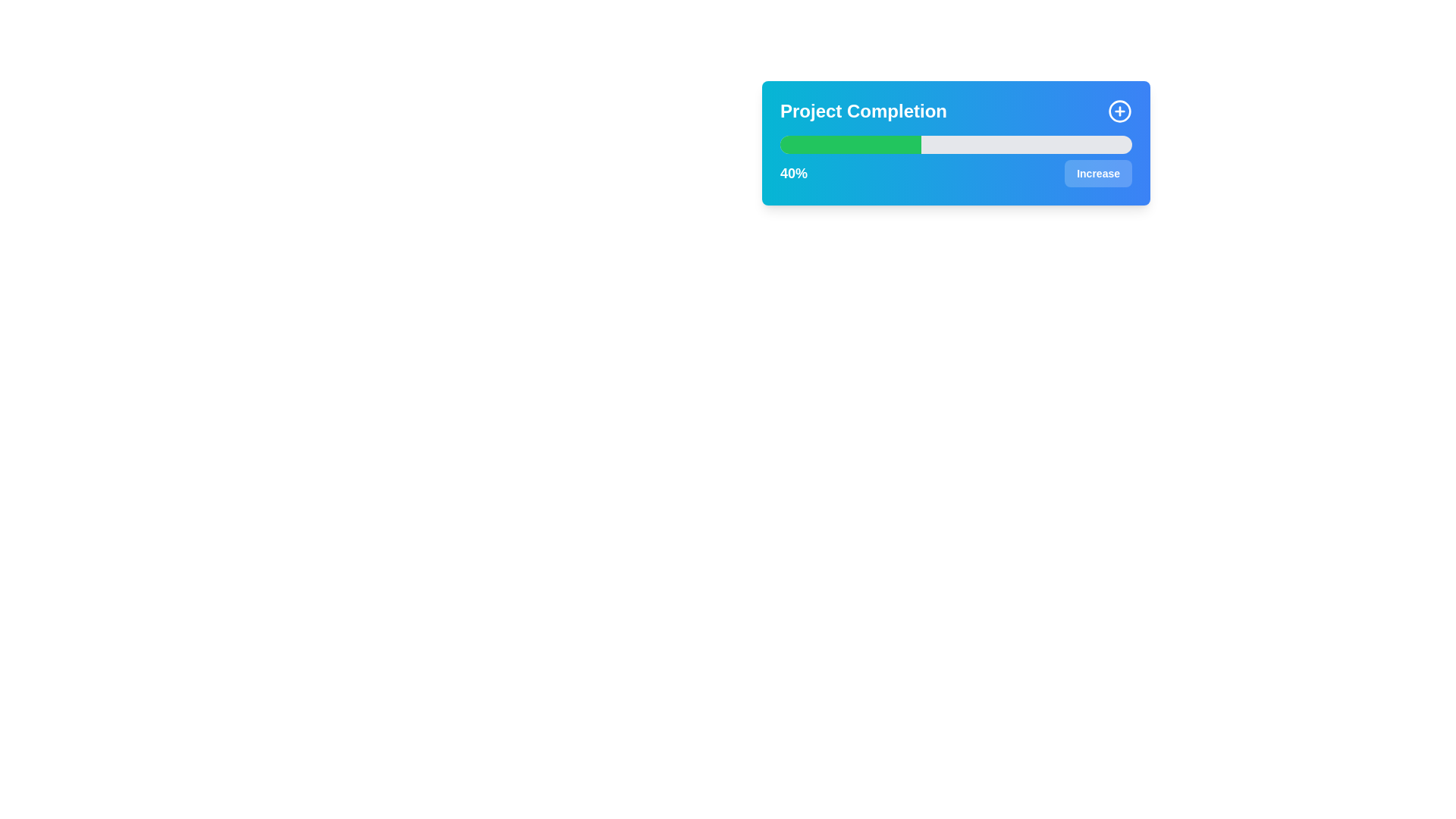 This screenshot has width=1456, height=819. What do you see at coordinates (1120, 110) in the screenshot?
I see `the 'plus' icon located inside a button in the top-right section of the widget` at bounding box center [1120, 110].